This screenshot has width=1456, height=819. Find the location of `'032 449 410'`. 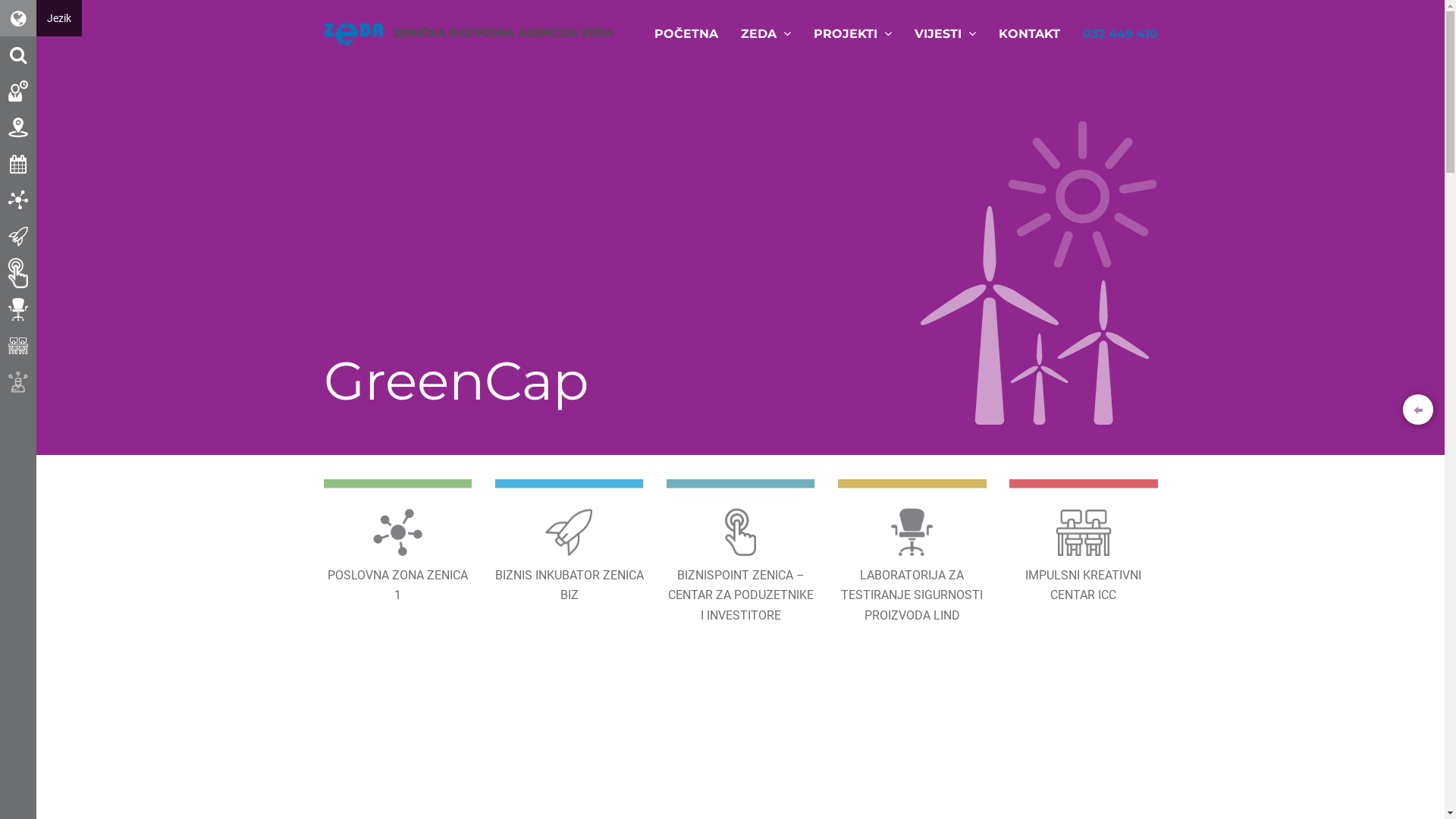

'032 449 410' is located at coordinates (1119, 34).